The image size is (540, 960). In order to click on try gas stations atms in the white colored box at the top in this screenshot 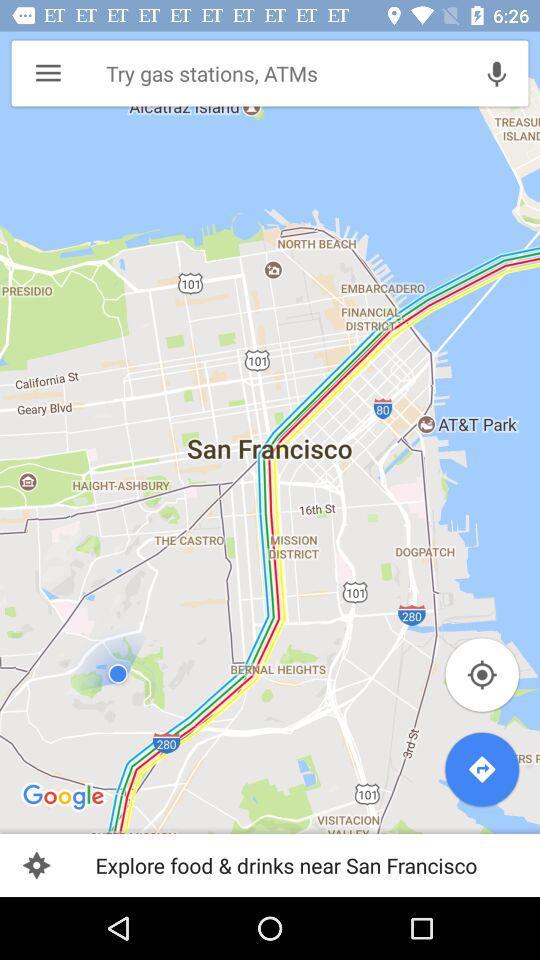, I will do `click(279, 74)`.